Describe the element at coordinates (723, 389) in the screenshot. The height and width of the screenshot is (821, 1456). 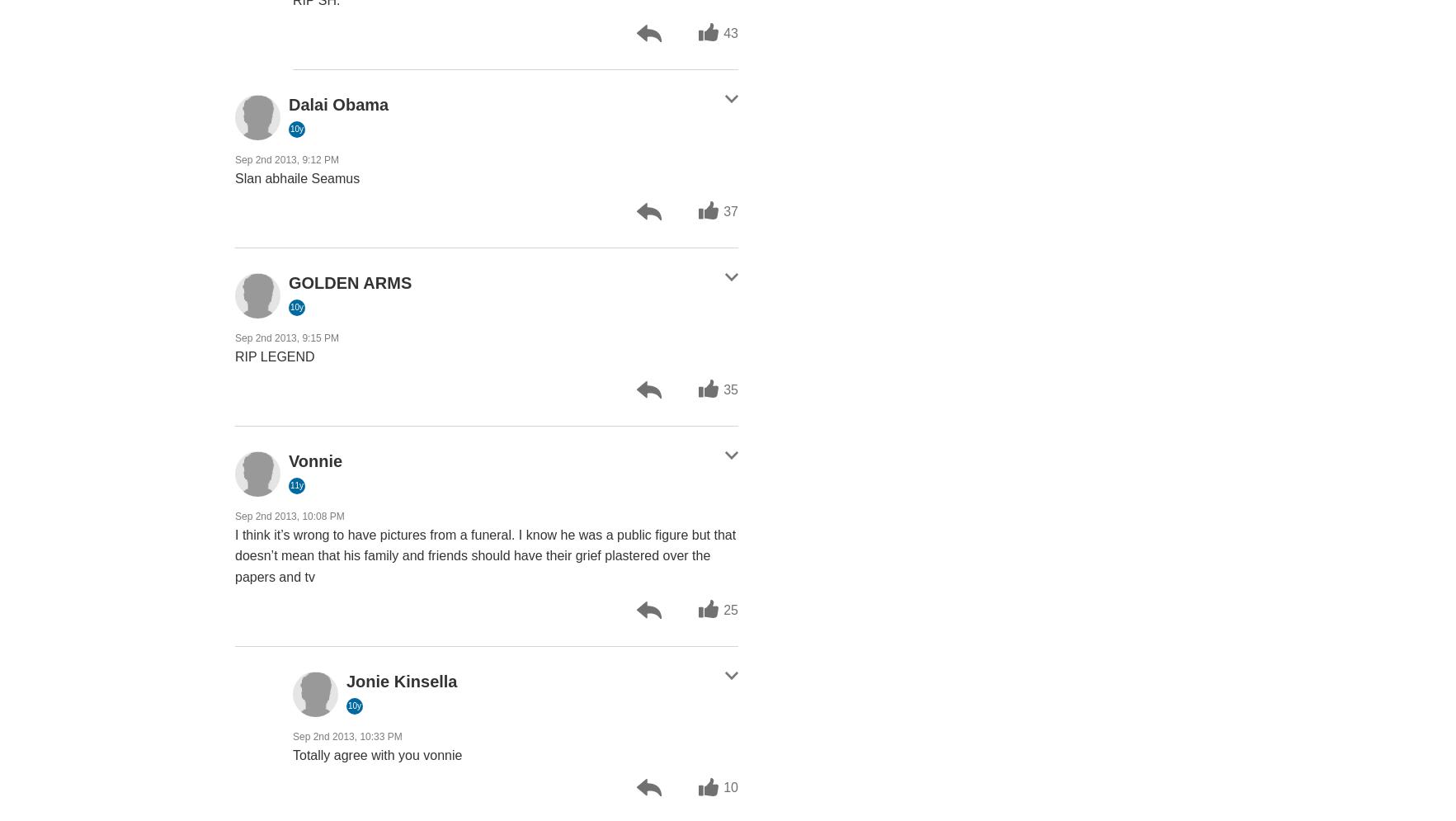
I see `'35'` at that location.